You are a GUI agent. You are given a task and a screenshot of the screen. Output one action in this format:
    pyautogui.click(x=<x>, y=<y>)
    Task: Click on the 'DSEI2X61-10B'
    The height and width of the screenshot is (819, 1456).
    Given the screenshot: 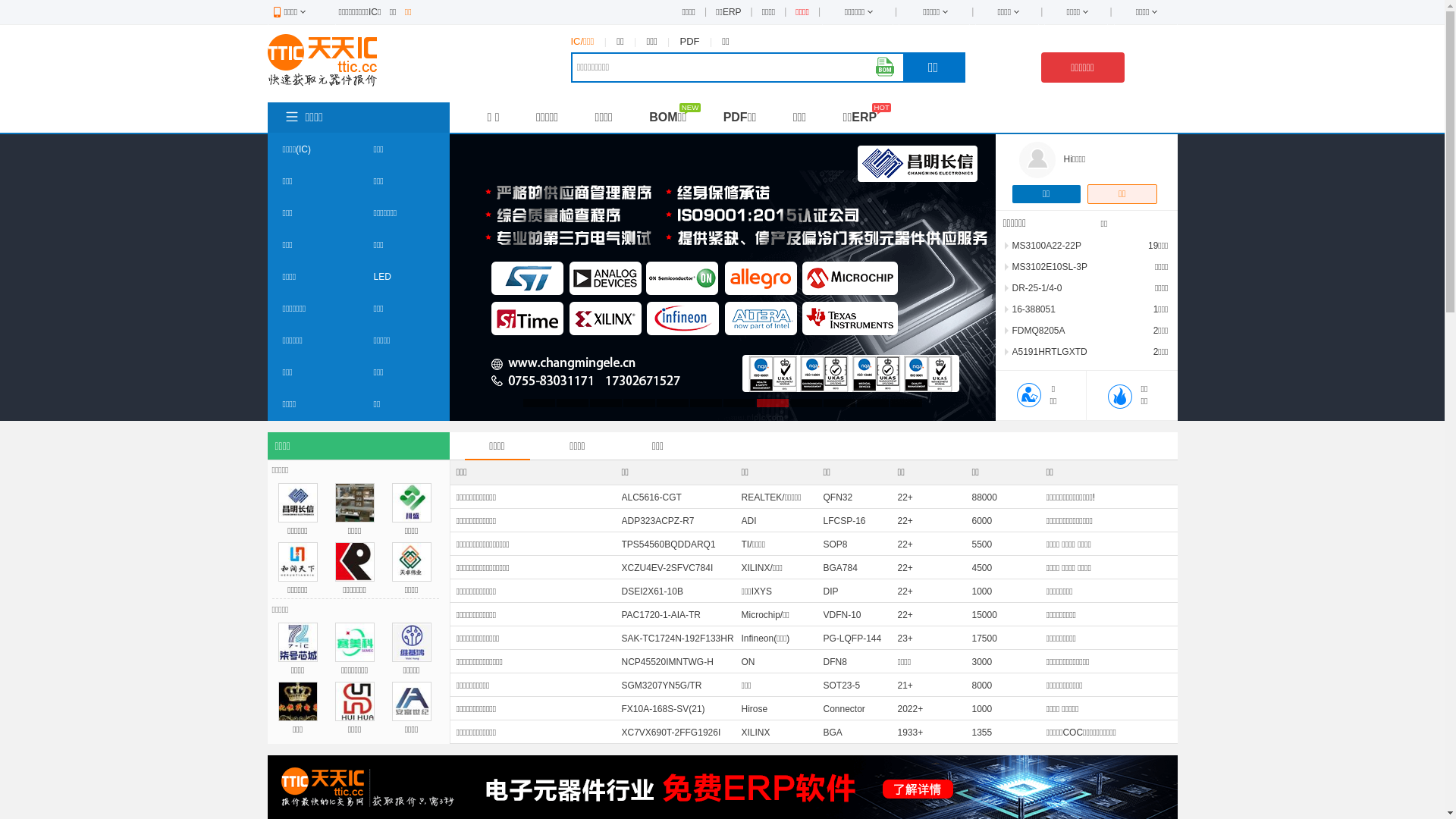 What is the action you would take?
    pyautogui.click(x=652, y=590)
    